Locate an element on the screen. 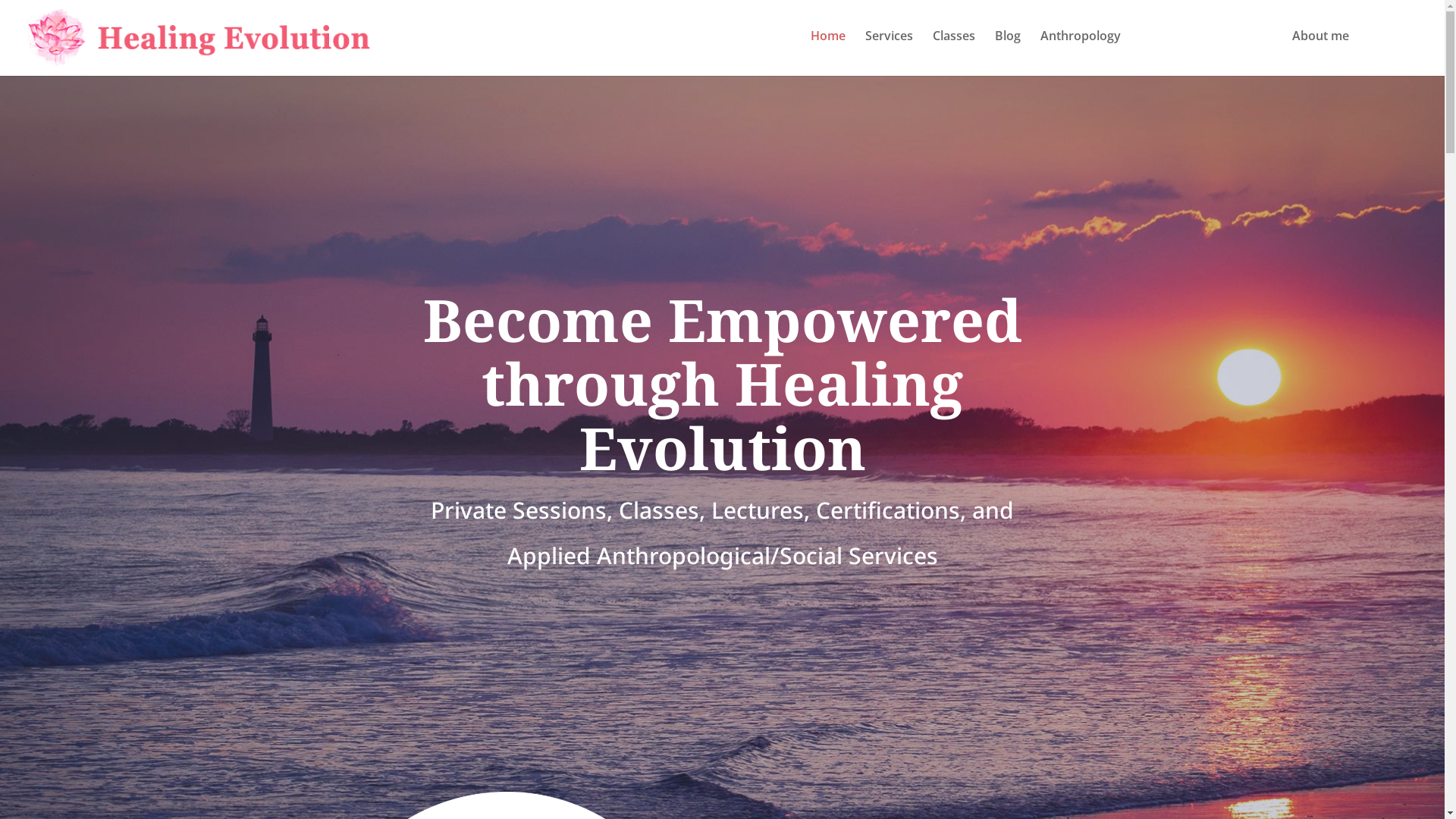 The image size is (1456, 819). 'Classes' is located at coordinates (952, 49).